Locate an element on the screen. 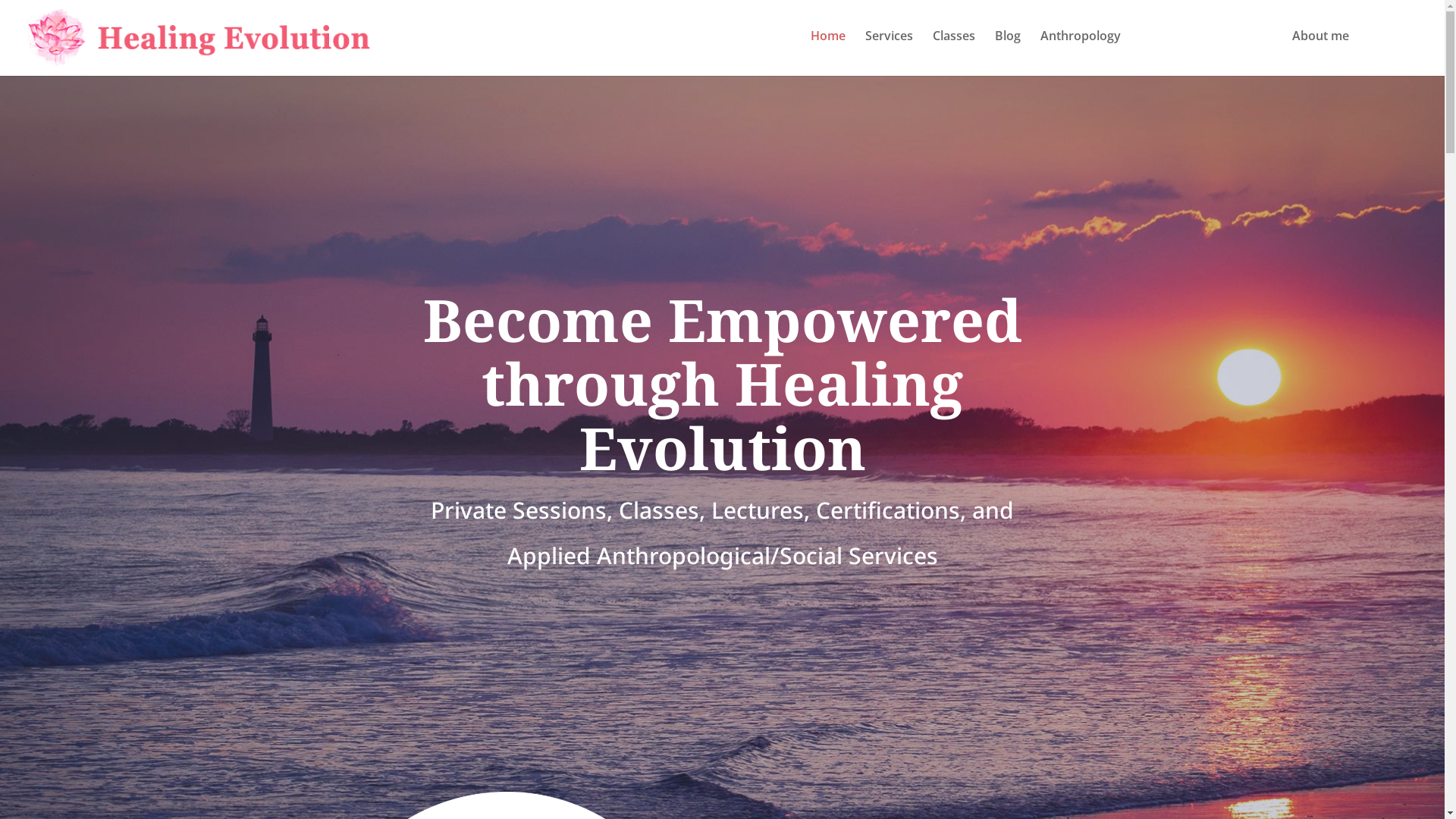 The image size is (1456, 819). 'Classes' is located at coordinates (952, 49).